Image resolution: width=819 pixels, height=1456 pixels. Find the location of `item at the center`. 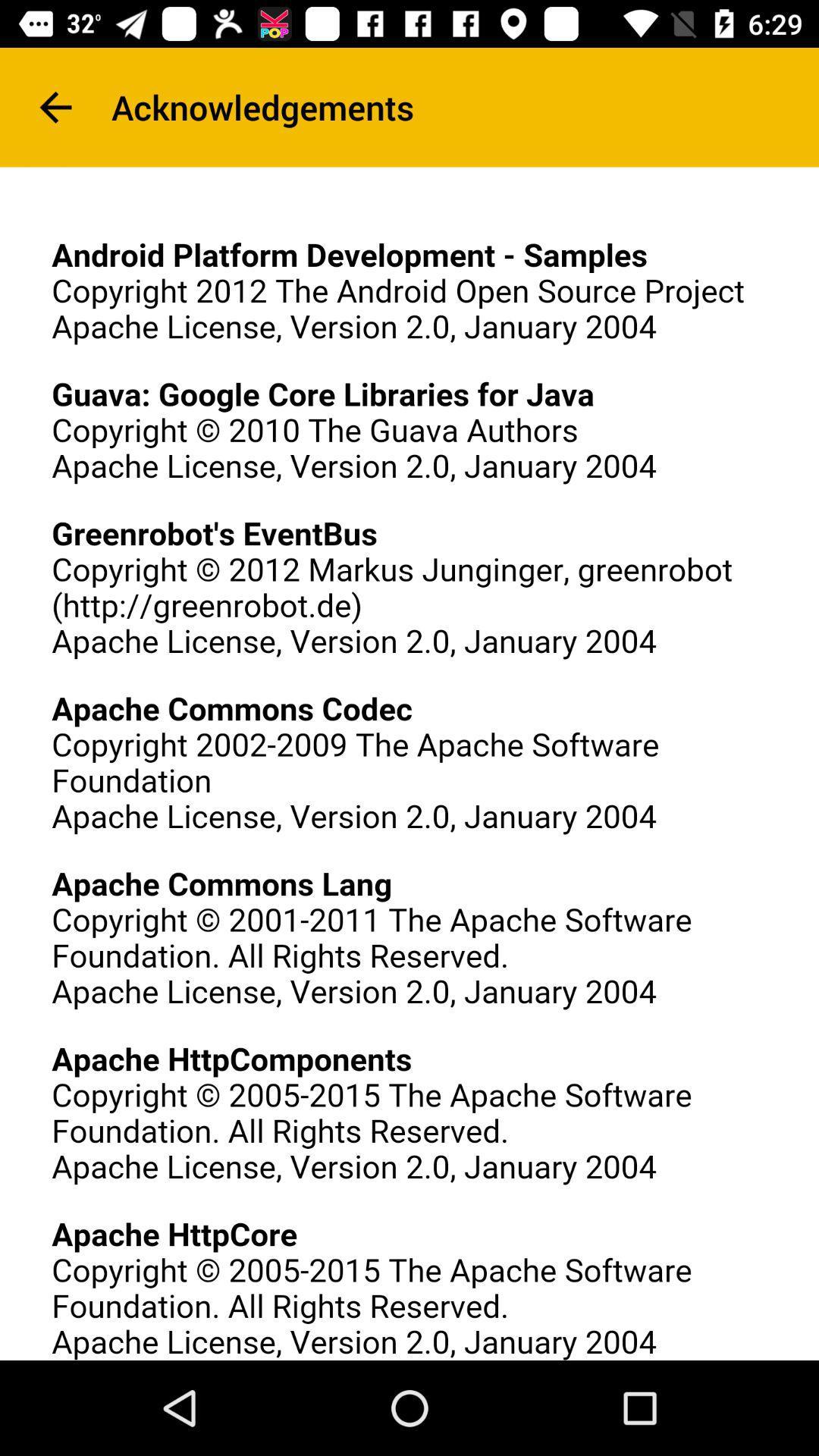

item at the center is located at coordinates (409, 764).